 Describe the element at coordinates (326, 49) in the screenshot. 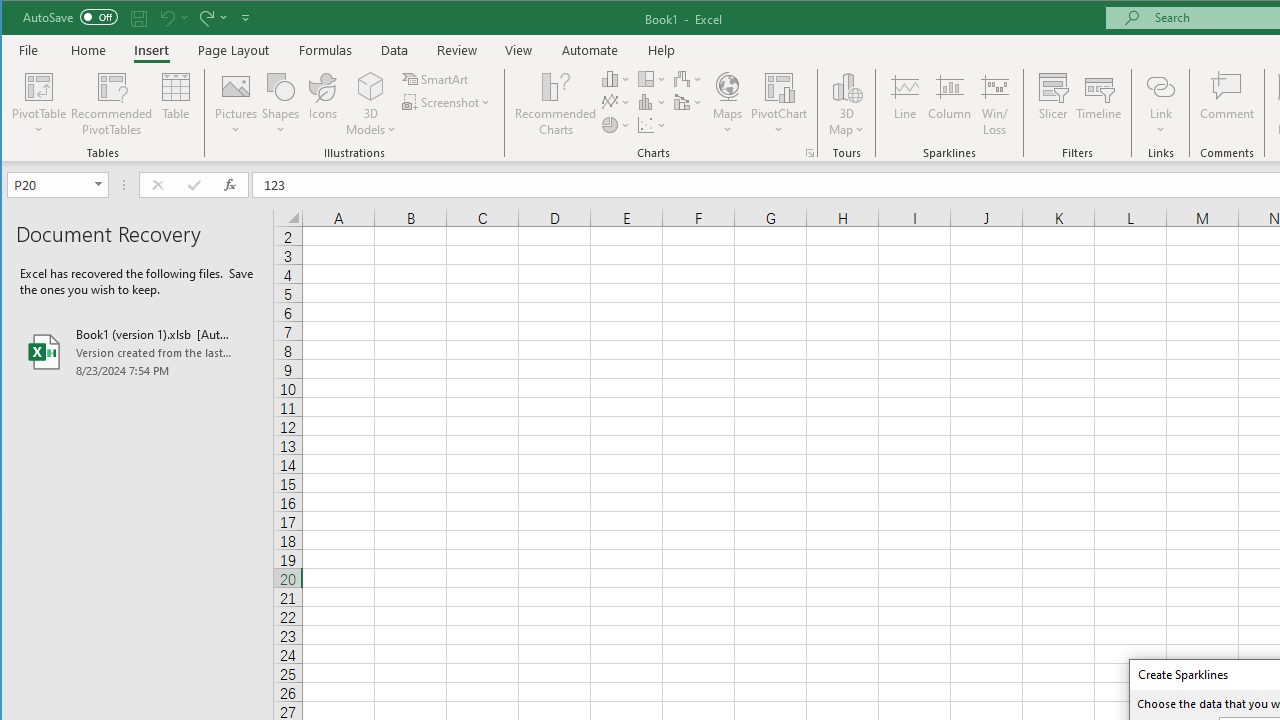

I see `'Formulas'` at that location.